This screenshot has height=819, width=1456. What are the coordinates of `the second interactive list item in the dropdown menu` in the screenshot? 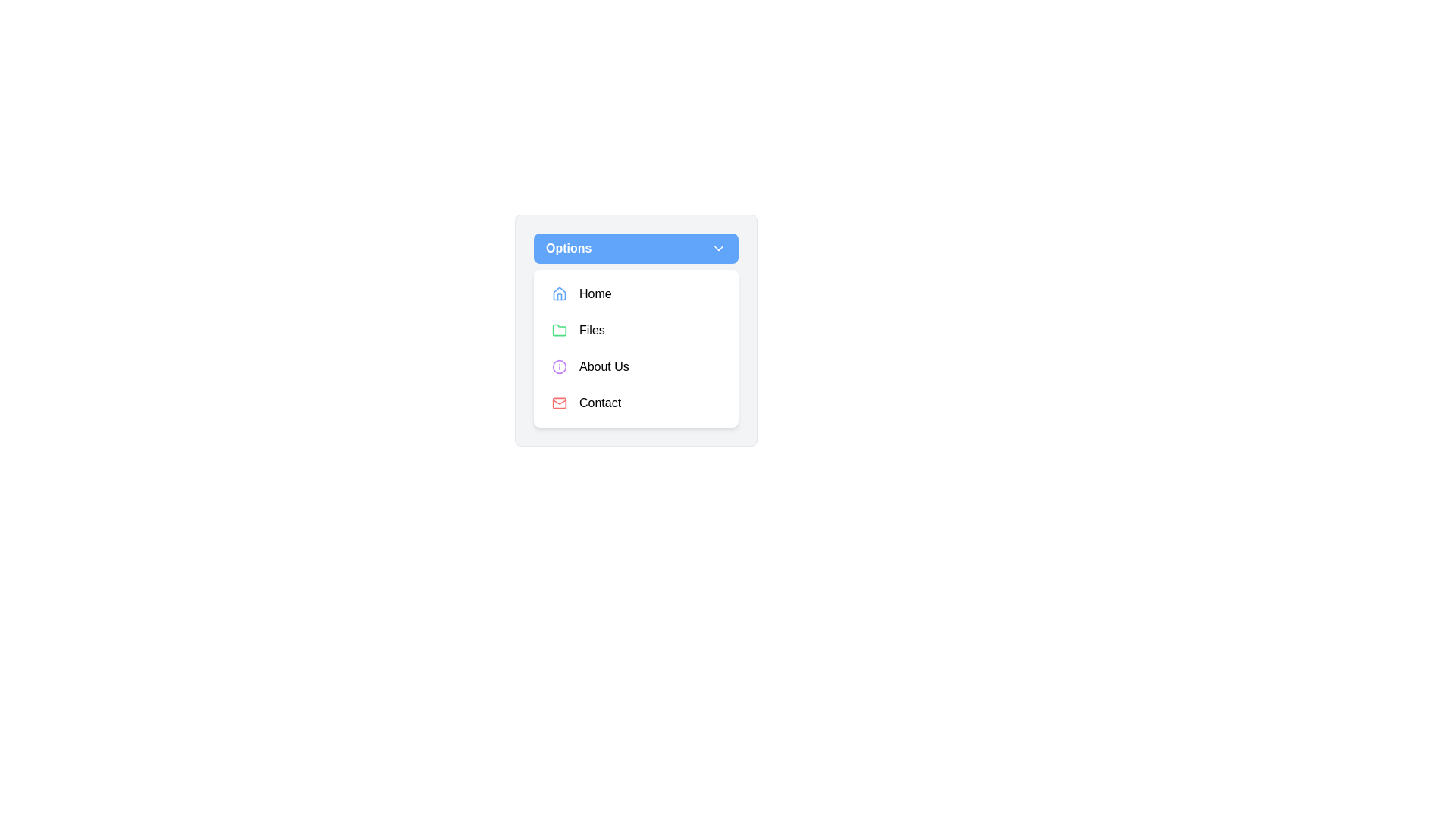 It's located at (636, 329).